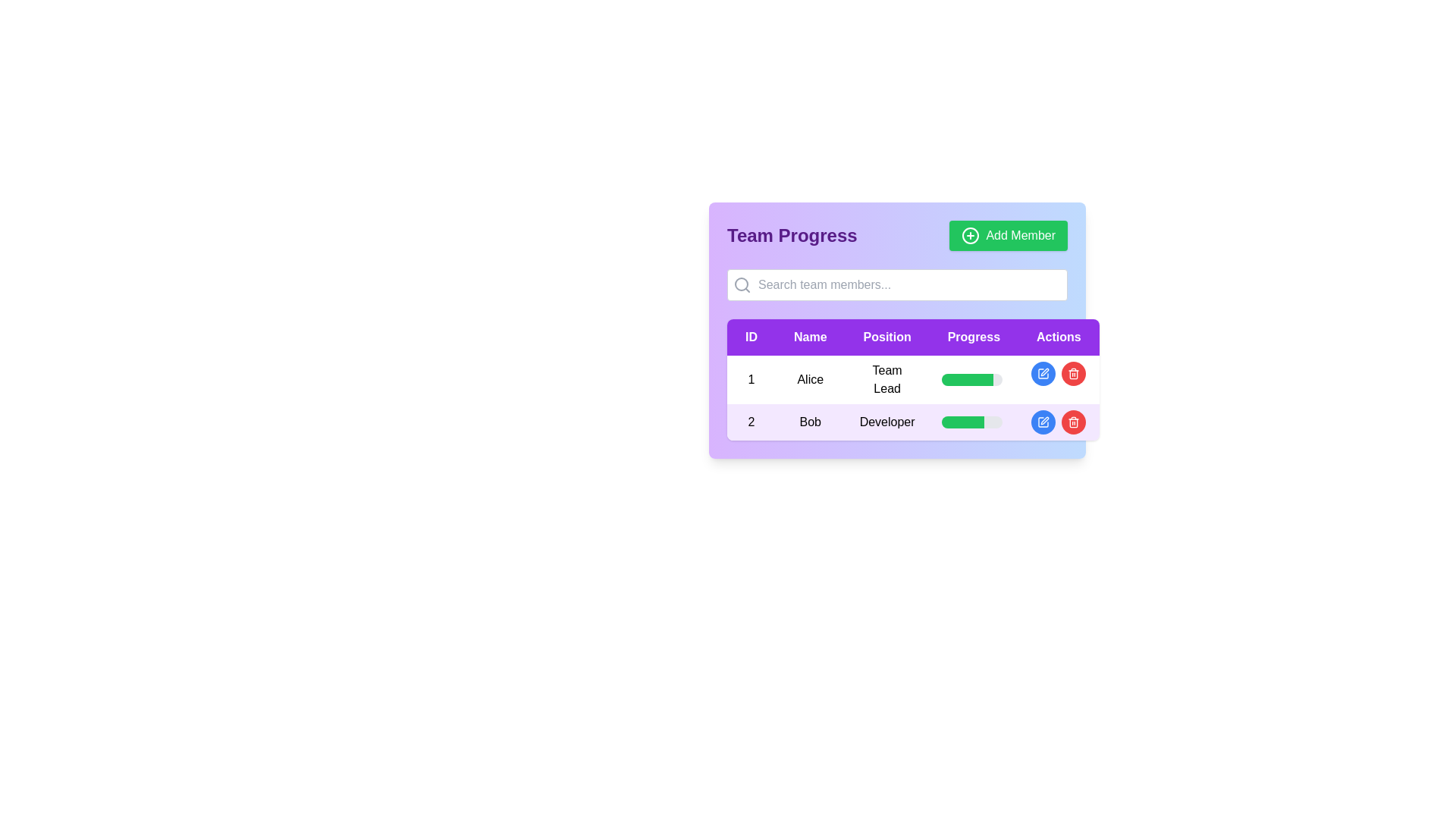 The image size is (1456, 819). What do you see at coordinates (1043, 374) in the screenshot?
I see `the icon button resembling a square with a pen, located within a circular blue button in the 'Actions' column of the table` at bounding box center [1043, 374].